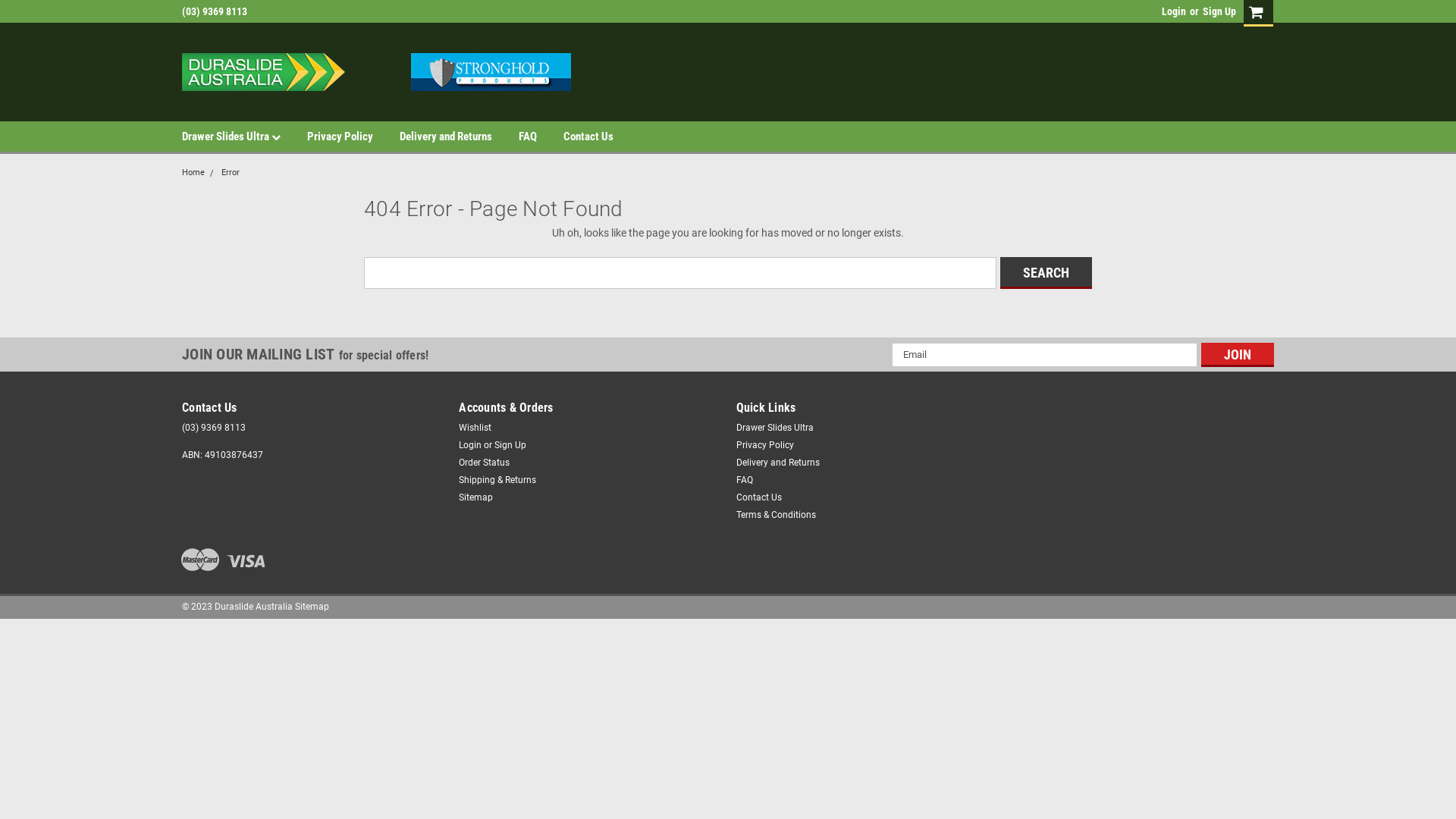  What do you see at coordinates (457, 497) in the screenshot?
I see `'Sitemap'` at bounding box center [457, 497].